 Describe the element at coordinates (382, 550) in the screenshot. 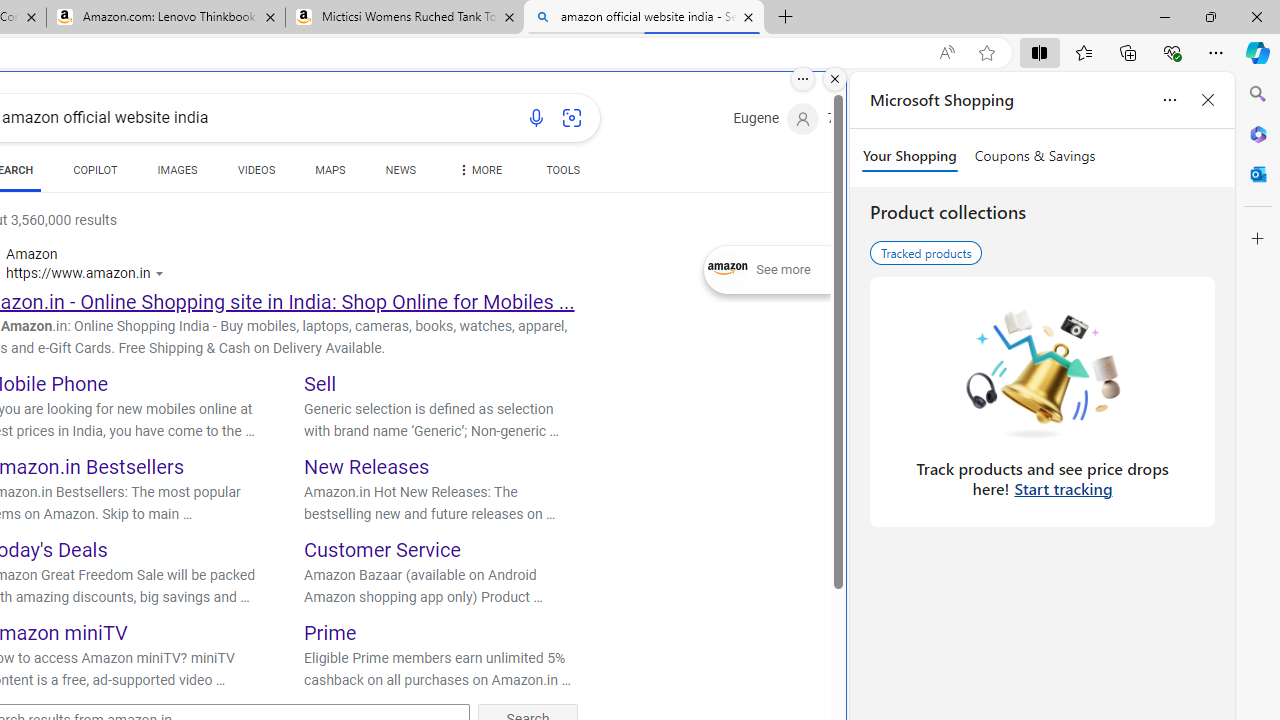

I see `'Customer Service'` at that location.